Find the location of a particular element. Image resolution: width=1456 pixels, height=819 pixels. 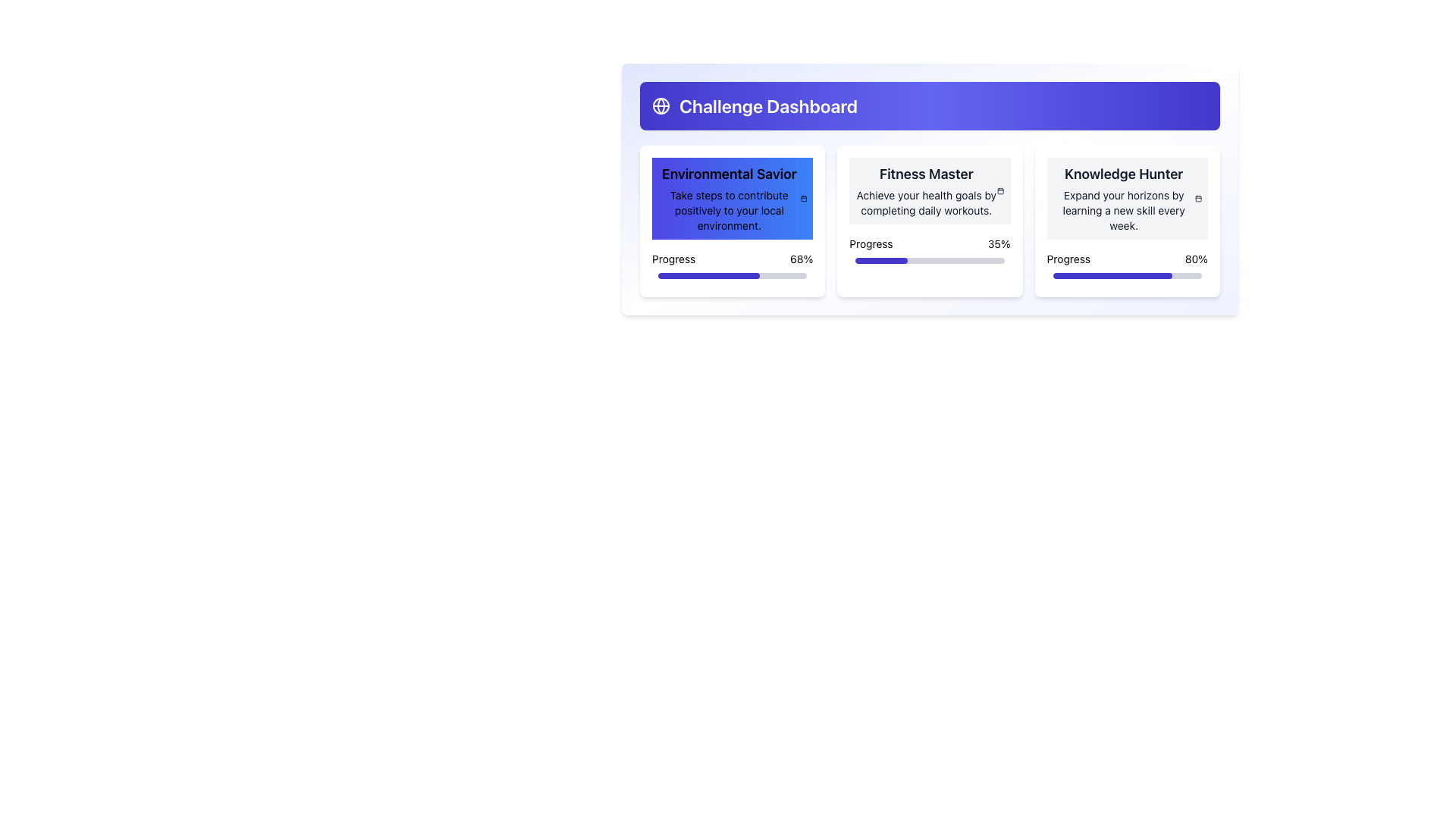

text contents of the title and subtitle labels in the 'Fitness Master' challenge card, located centrally in the top area of the card is located at coordinates (925, 190).